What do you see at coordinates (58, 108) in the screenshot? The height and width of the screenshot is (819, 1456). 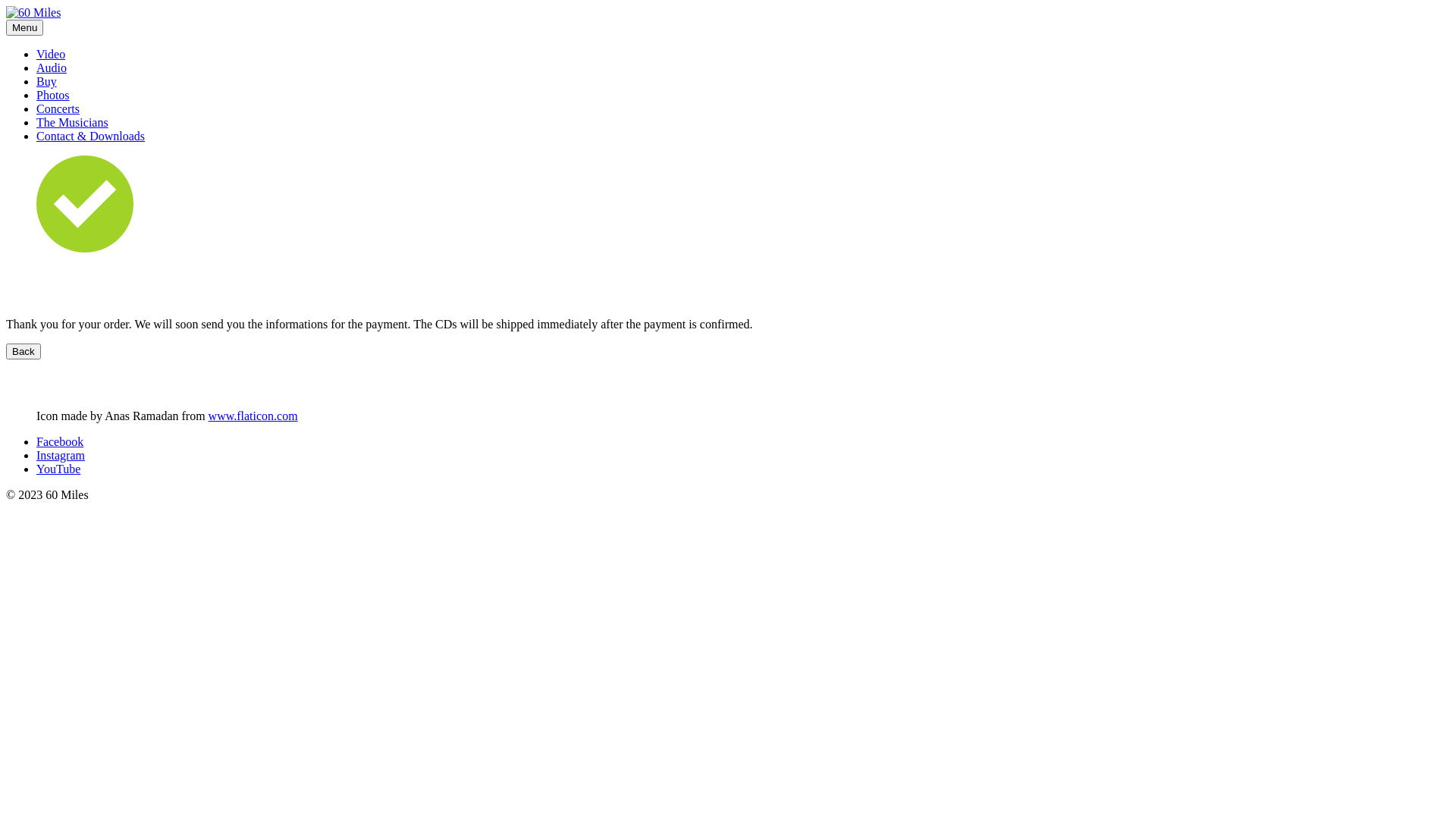 I see `'Concerts'` at bounding box center [58, 108].